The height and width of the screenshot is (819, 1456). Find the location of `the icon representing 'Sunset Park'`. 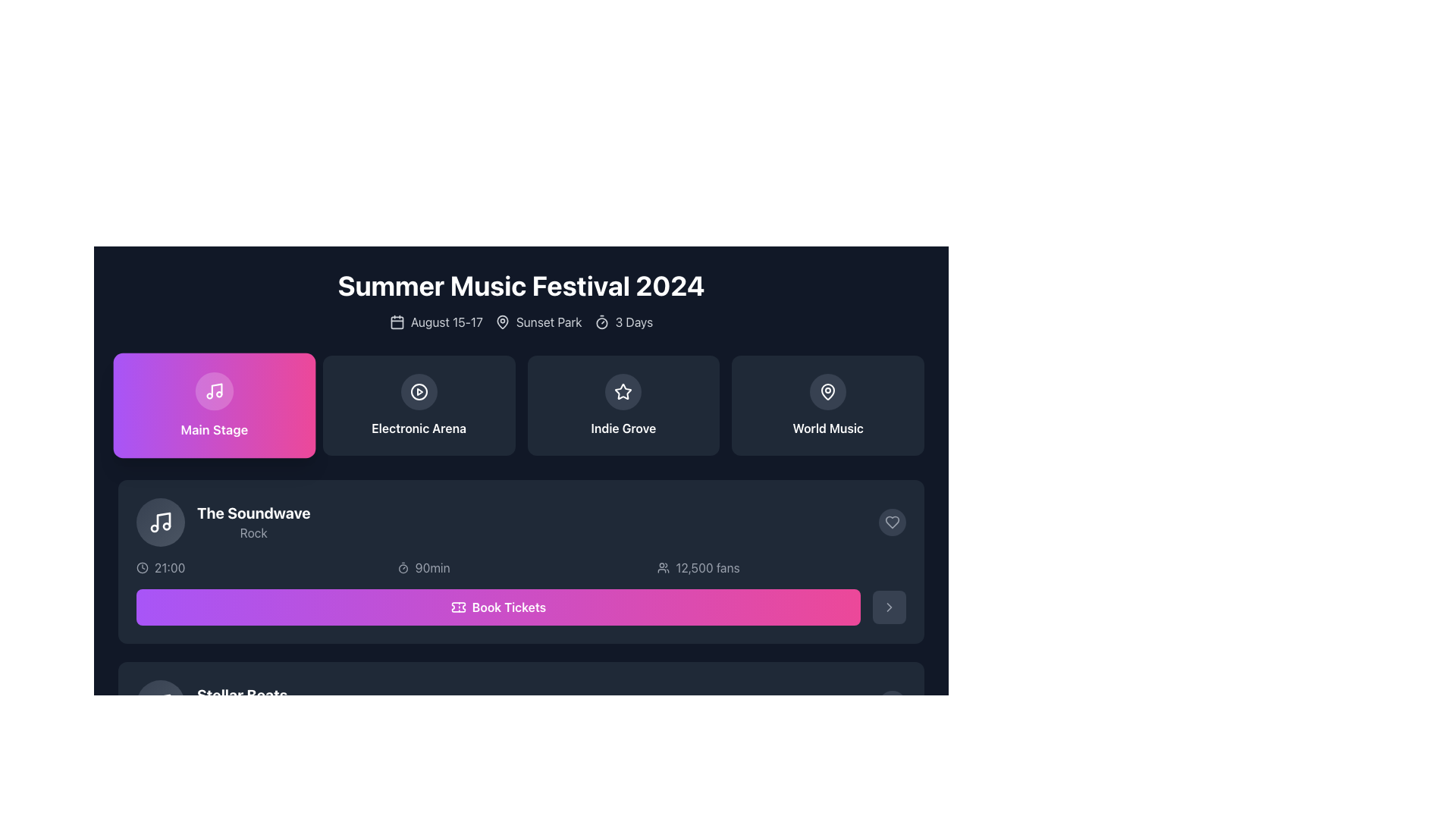

the icon representing 'Sunset Park' is located at coordinates (502, 321).